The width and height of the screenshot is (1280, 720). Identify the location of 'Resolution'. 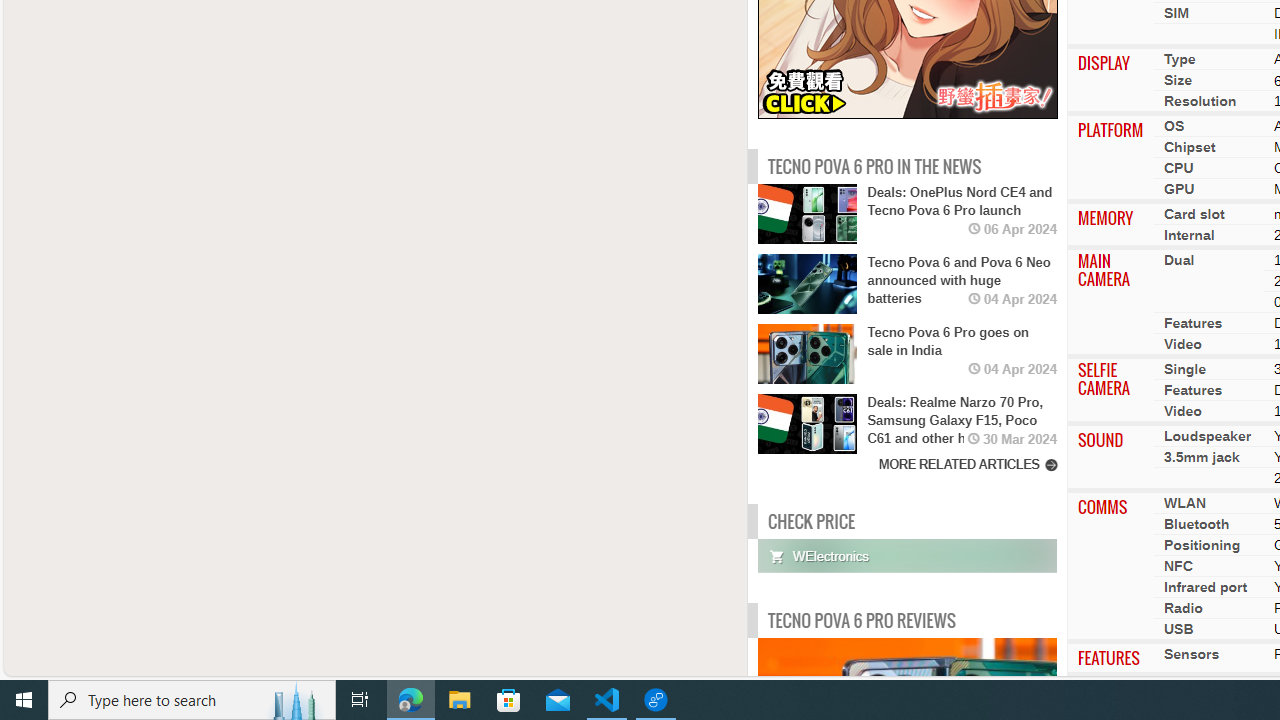
(1200, 101).